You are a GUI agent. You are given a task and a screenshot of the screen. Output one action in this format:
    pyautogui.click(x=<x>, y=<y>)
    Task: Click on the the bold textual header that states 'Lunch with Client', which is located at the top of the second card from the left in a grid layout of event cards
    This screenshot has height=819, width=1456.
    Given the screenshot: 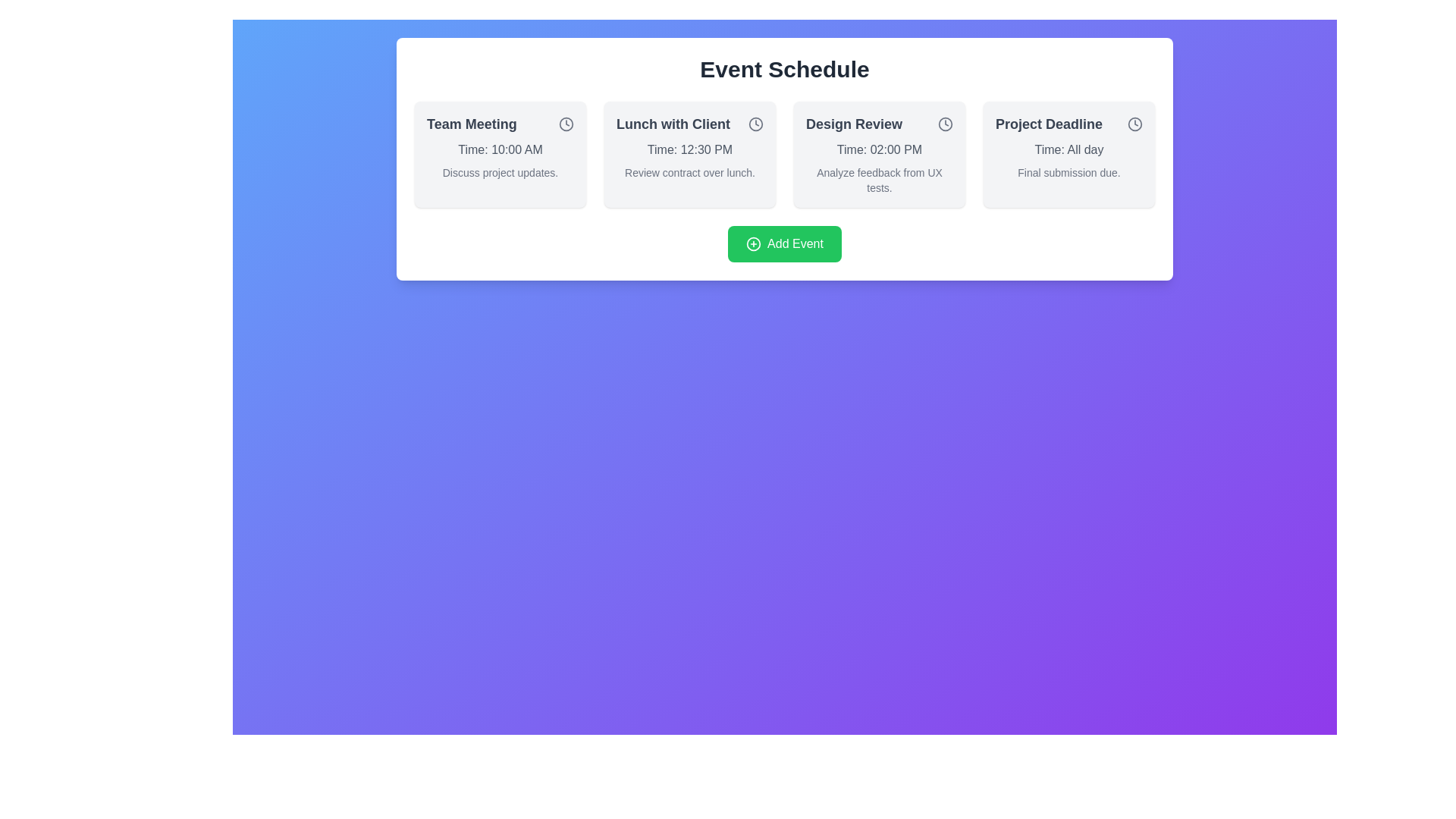 What is the action you would take?
    pyautogui.click(x=673, y=124)
    